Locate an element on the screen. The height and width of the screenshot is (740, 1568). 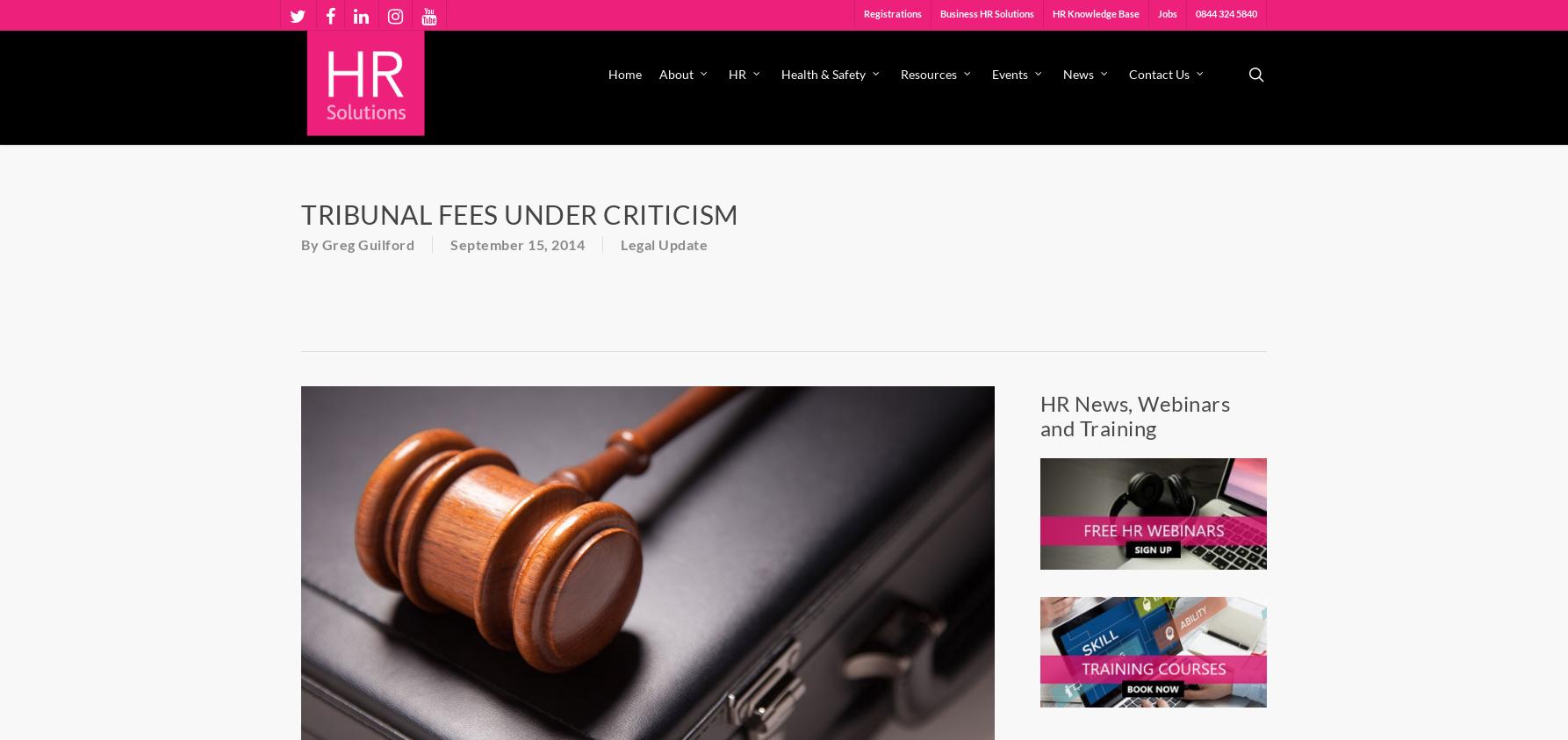
'HR' is located at coordinates (727, 73).